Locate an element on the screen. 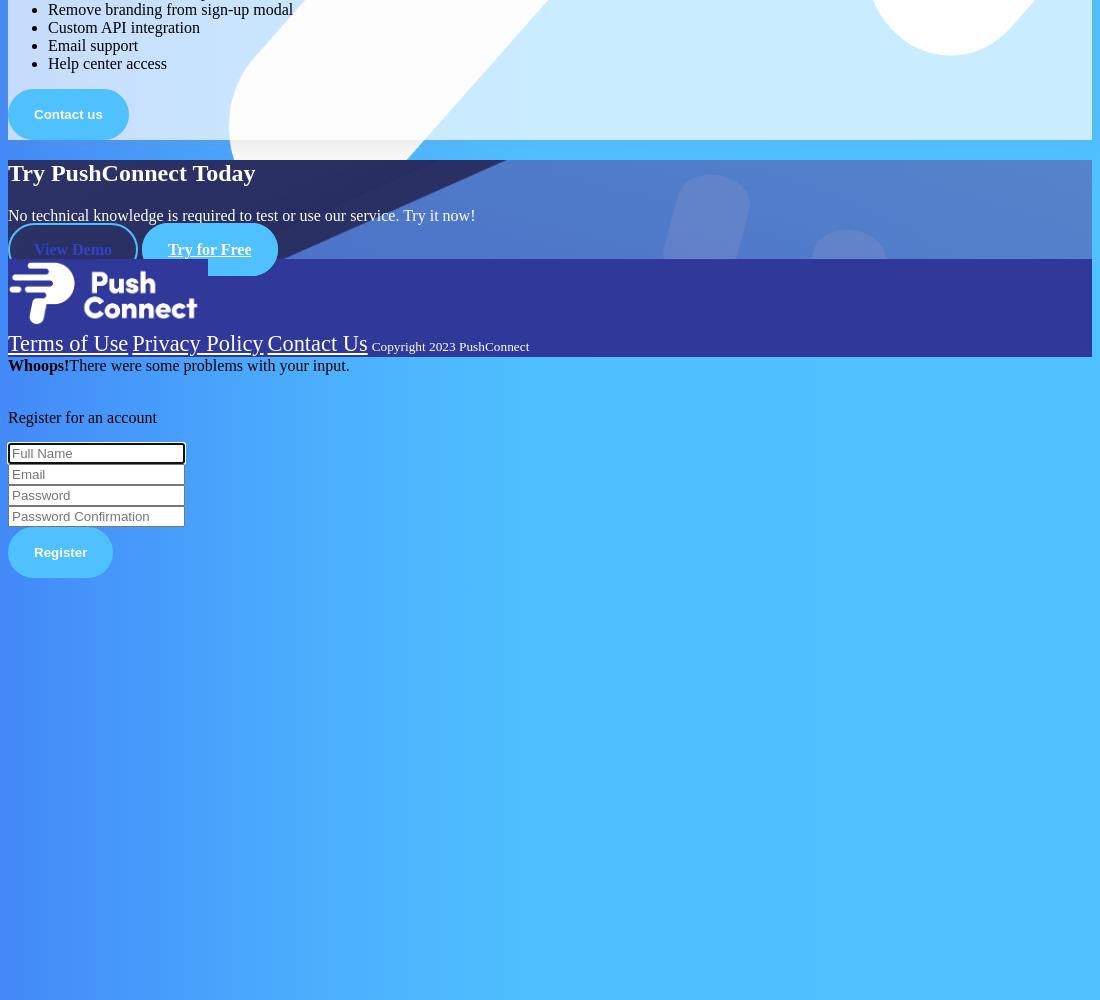  'Contact Us' is located at coordinates (316, 341).